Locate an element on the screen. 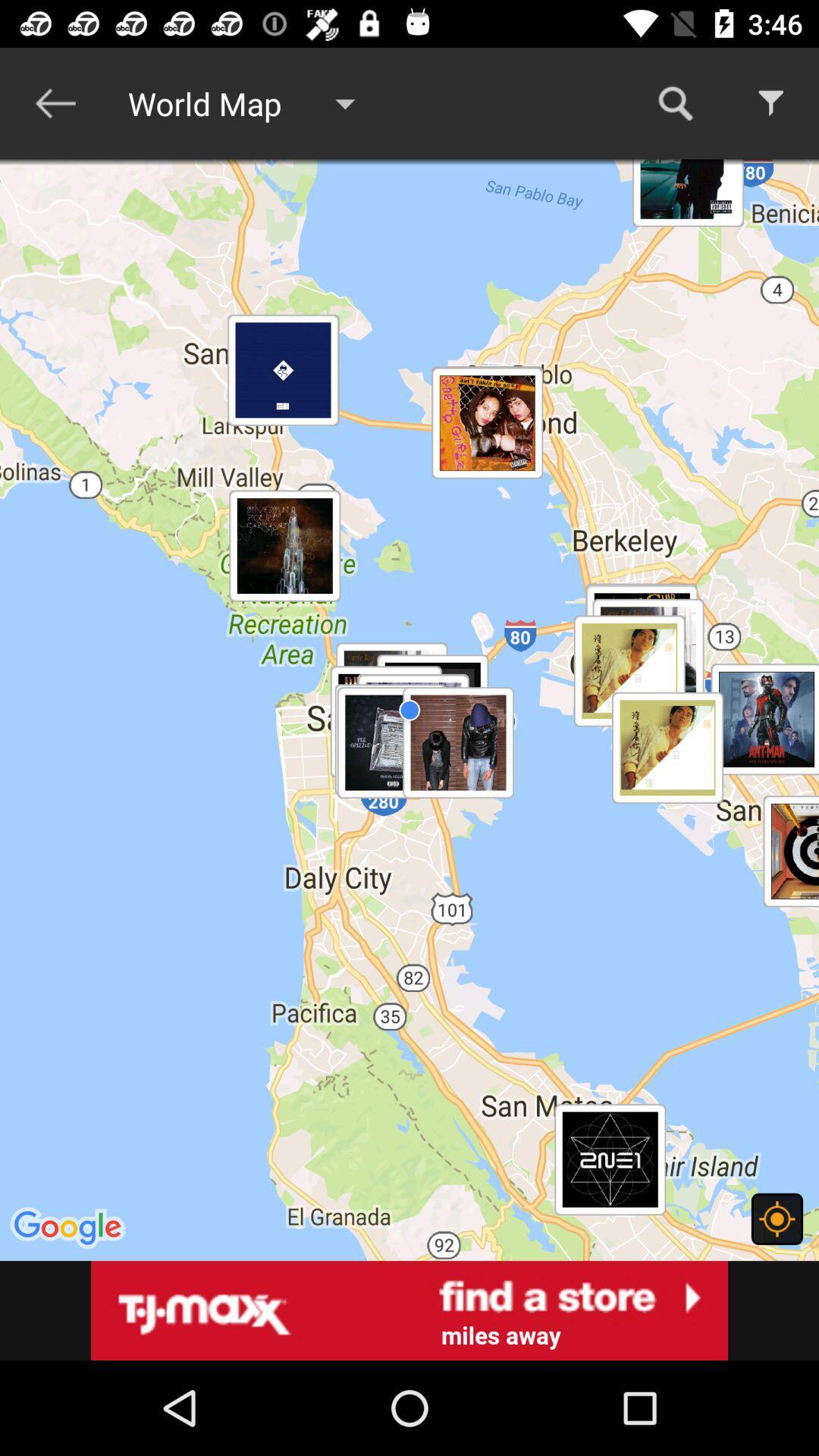  icon at the bottom right corner is located at coordinates (777, 1219).